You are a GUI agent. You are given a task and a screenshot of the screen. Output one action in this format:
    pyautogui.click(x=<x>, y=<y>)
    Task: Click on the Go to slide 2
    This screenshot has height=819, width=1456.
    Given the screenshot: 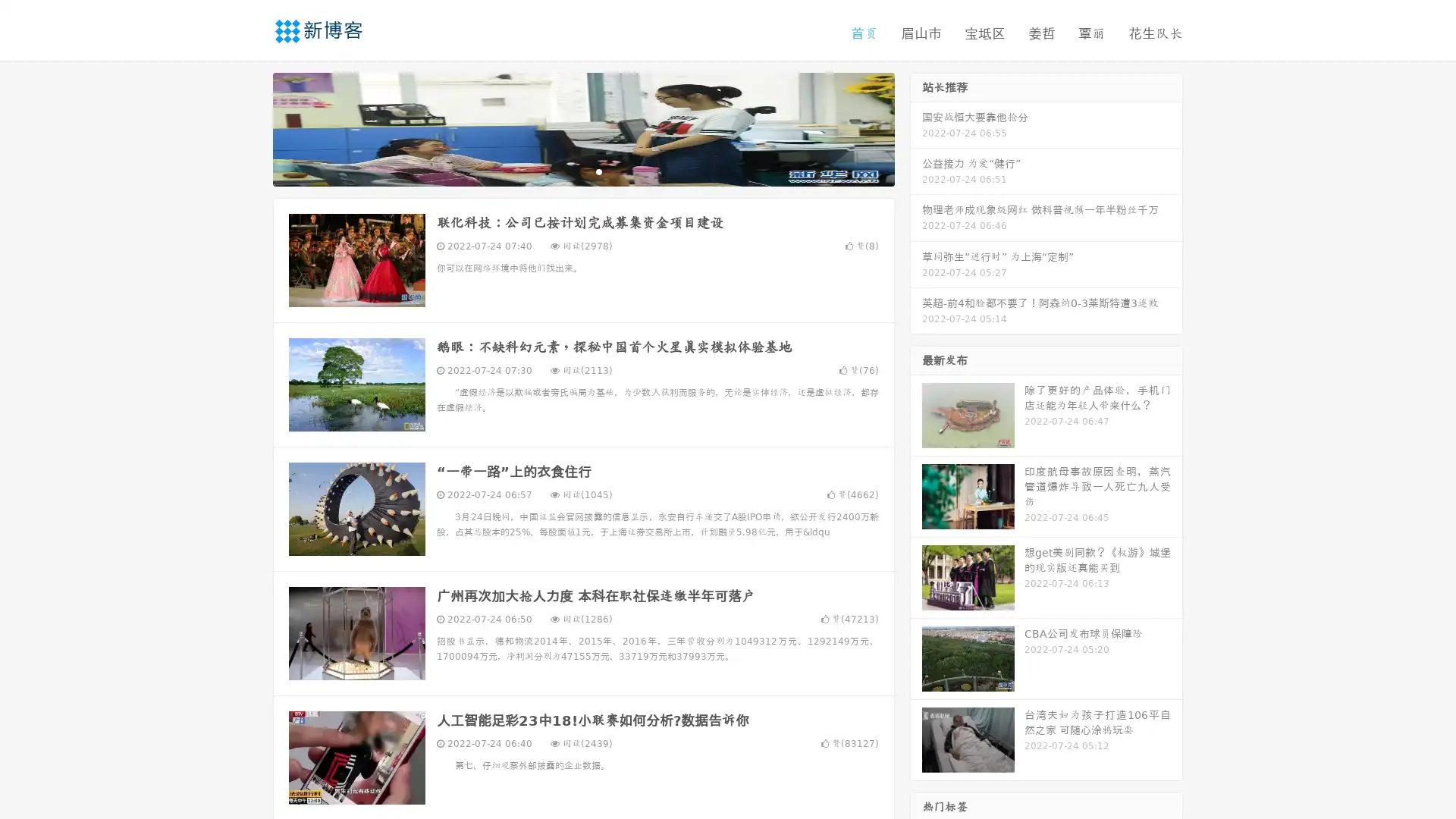 What is the action you would take?
    pyautogui.click(x=582, y=171)
    